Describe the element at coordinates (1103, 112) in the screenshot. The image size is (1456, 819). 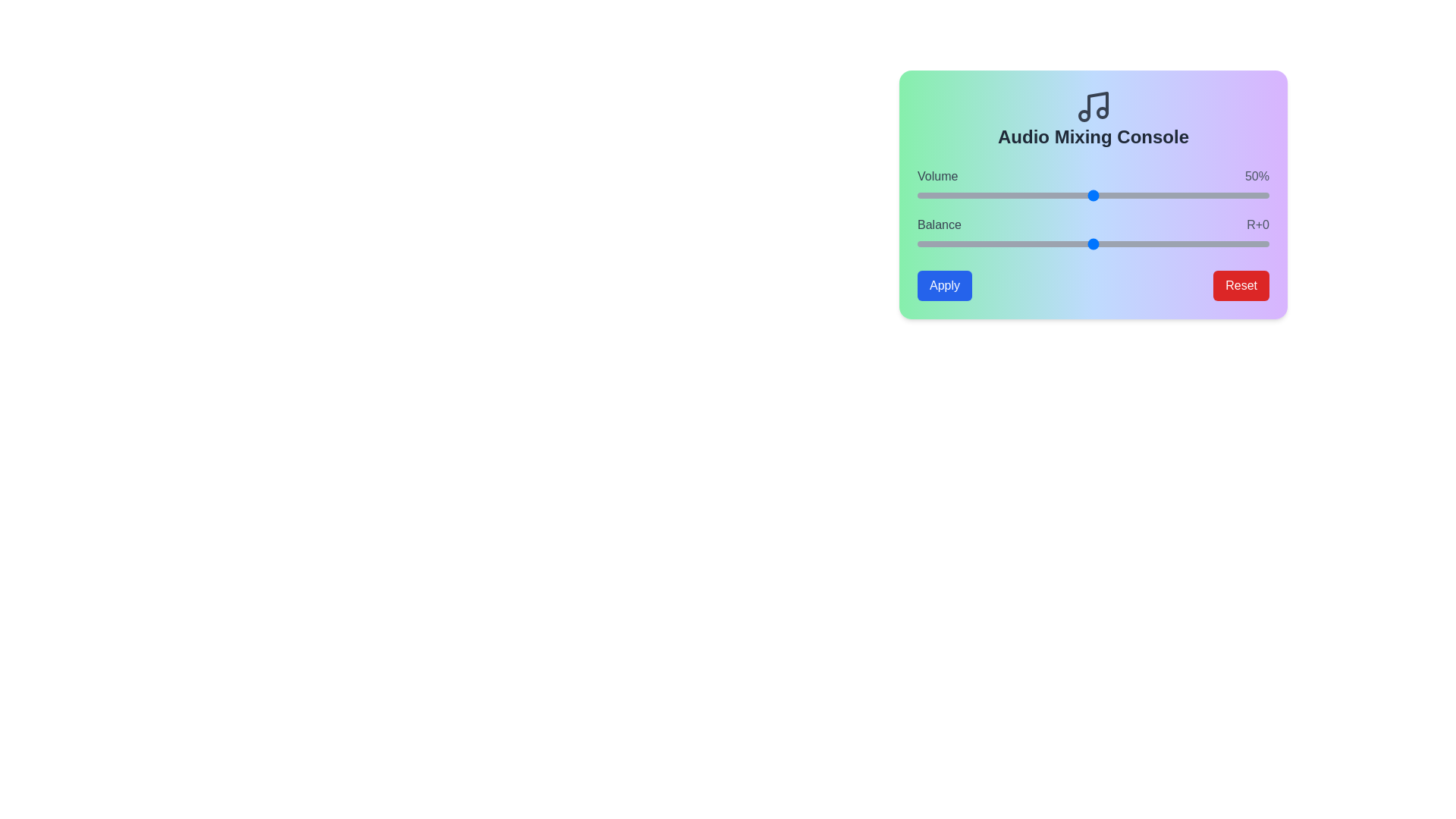
I see `the rightmost circular element of the musical note SVG icon located above the title 'Audio Mixing Console'` at that location.